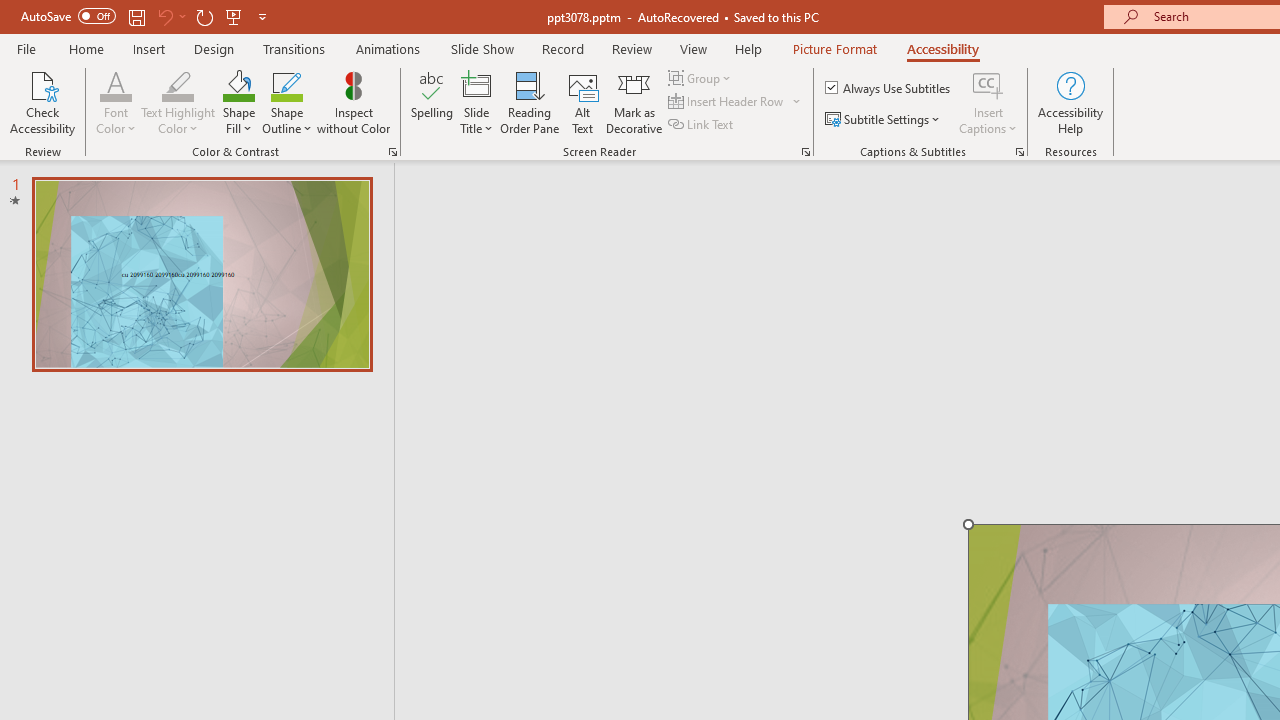 This screenshot has height=720, width=1280. I want to click on 'Mark as Decorative', so click(633, 103).